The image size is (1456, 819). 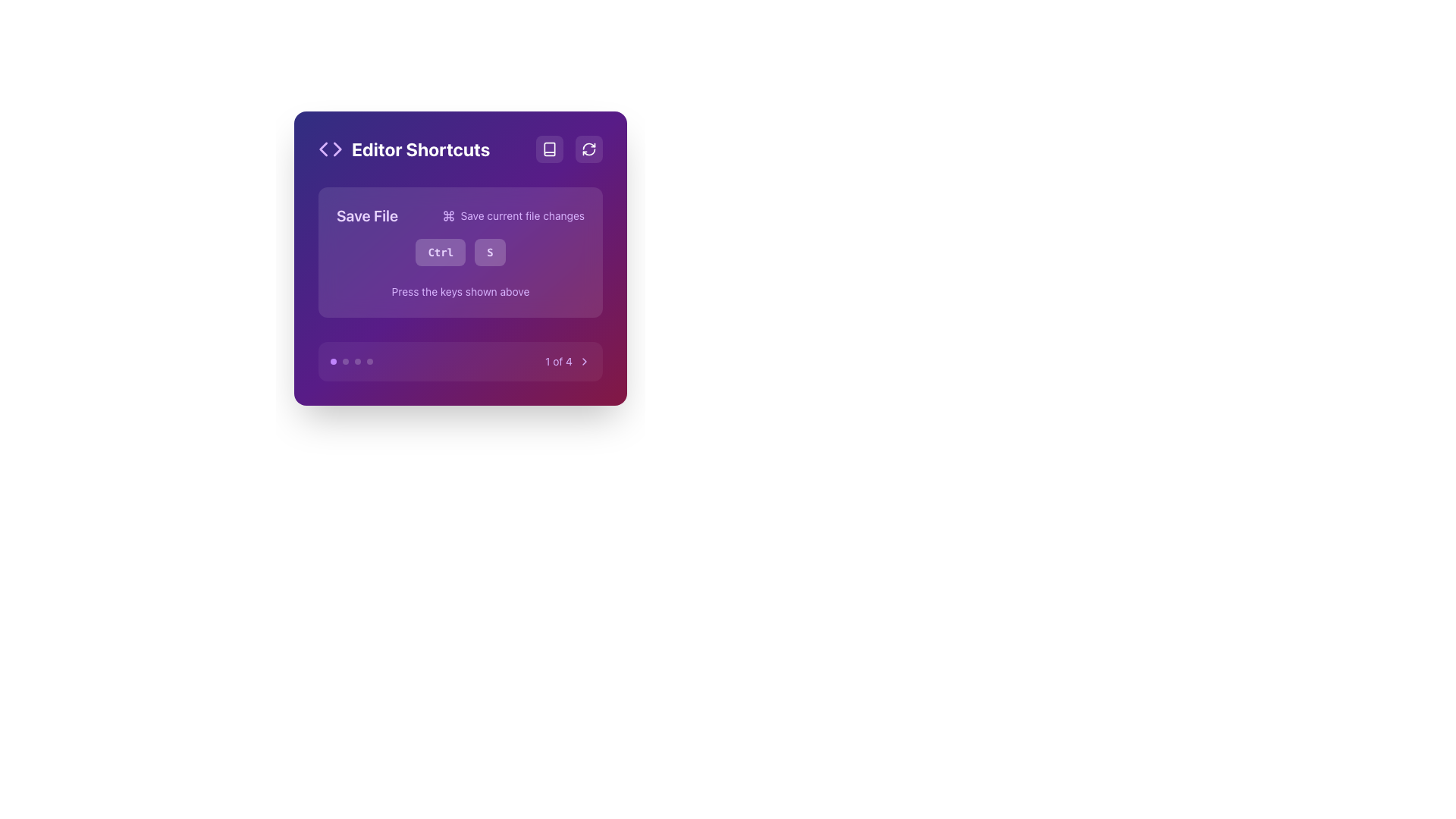 I want to click on the static text label that reads 'Press the keys shown above', which is styled in a smaller purple font and located in a purple-themed interface, so click(x=460, y=292).